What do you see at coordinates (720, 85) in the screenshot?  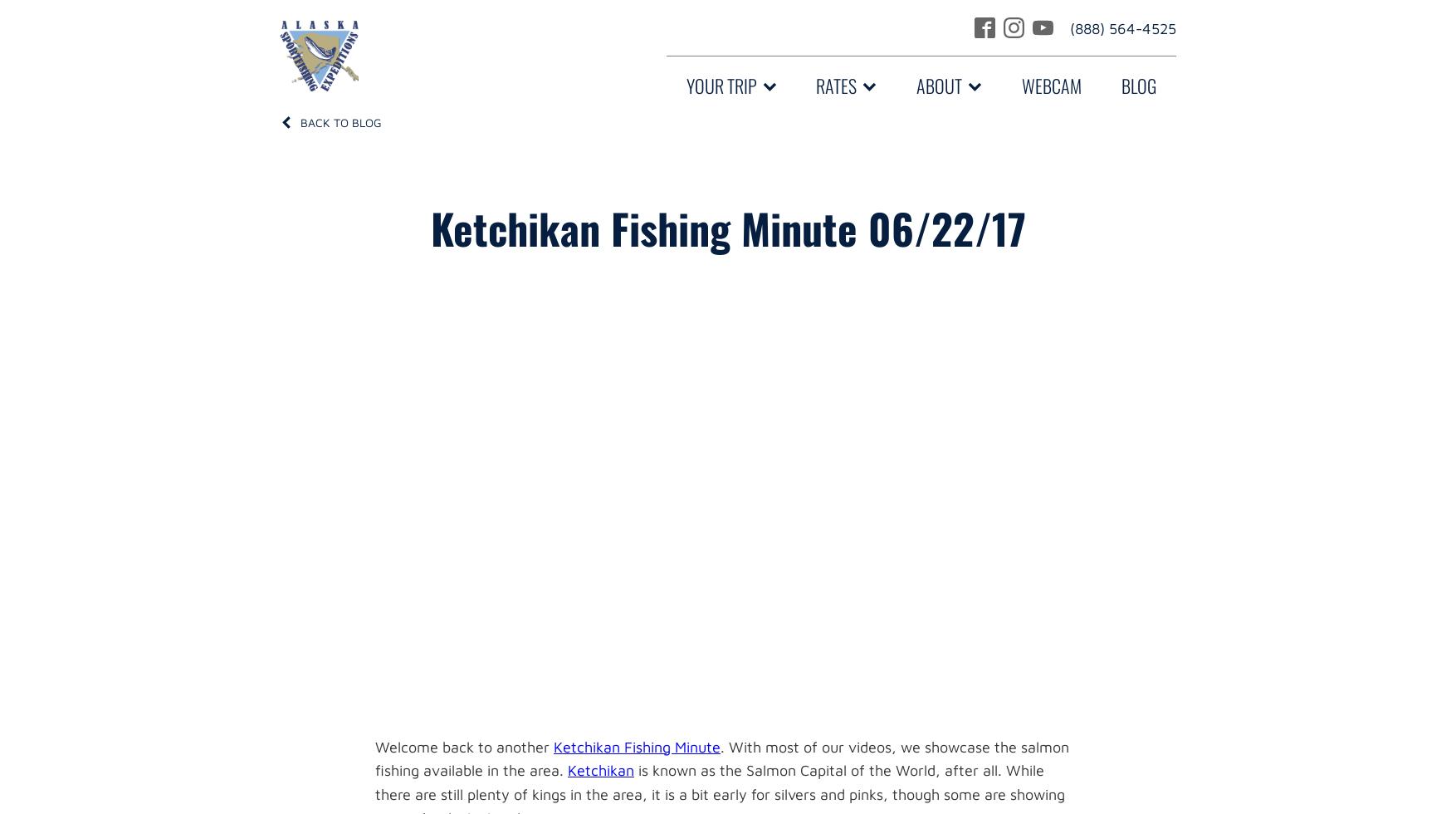 I see `'Your Trip'` at bounding box center [720, 85].